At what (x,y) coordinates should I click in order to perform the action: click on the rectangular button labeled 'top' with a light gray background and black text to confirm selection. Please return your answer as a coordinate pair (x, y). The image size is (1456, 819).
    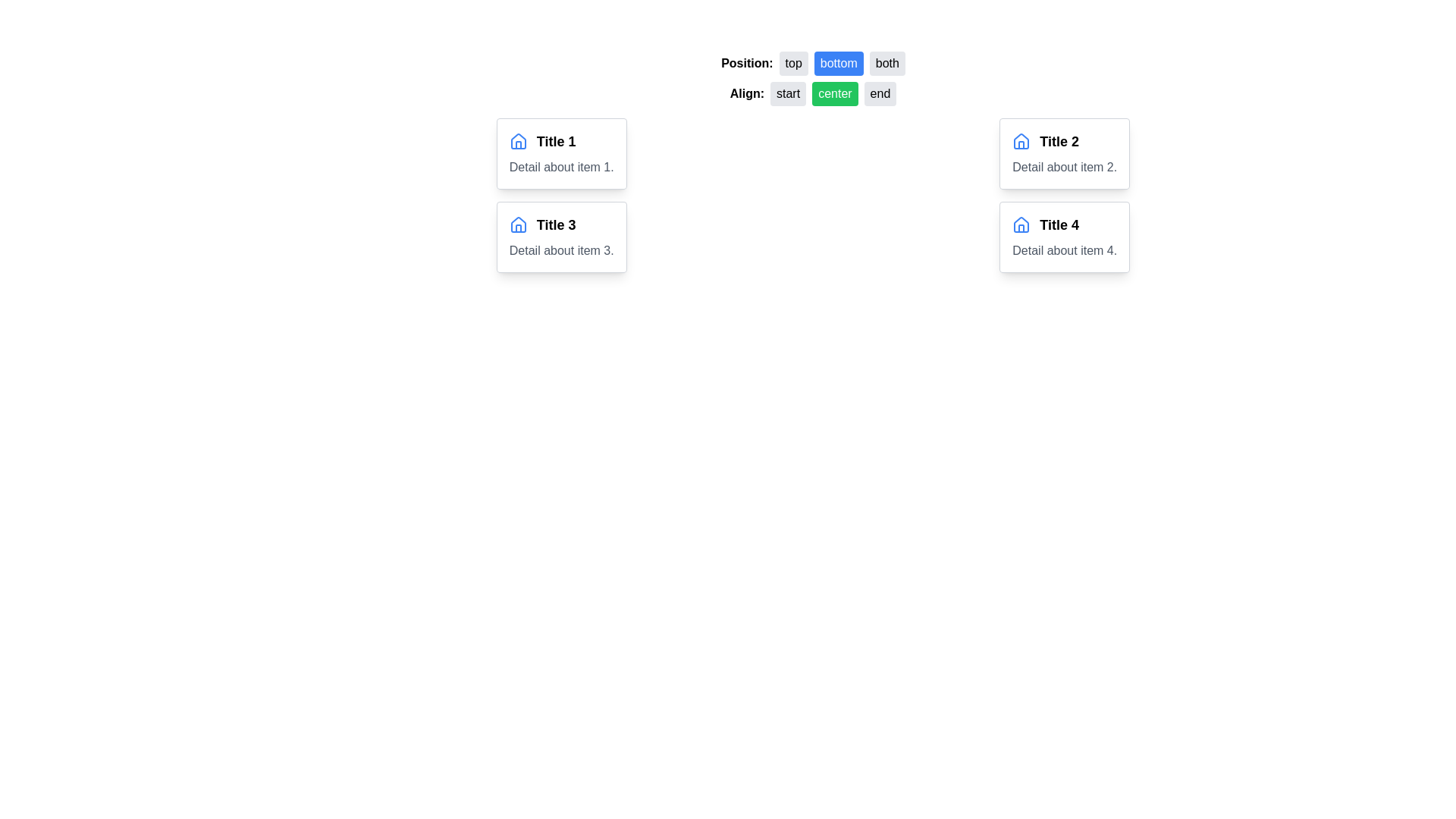
    Looking at the image, I should click on (792, 63).